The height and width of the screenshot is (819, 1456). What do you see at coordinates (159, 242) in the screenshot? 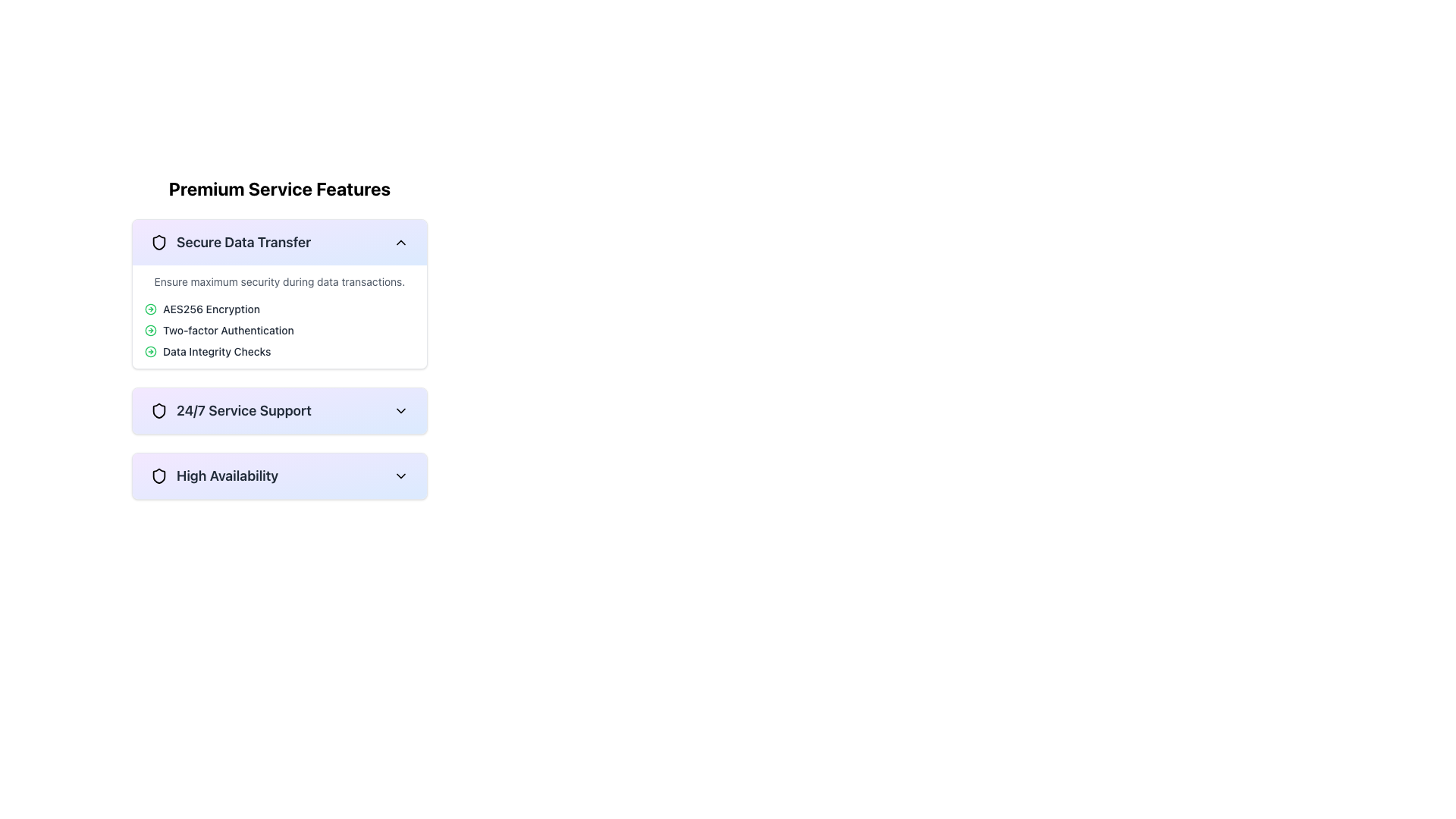
I see `the shield icon located on the 'Secure Data Transfer' card in the 'Premium Service Features' section` at bounding box center [159, 242].